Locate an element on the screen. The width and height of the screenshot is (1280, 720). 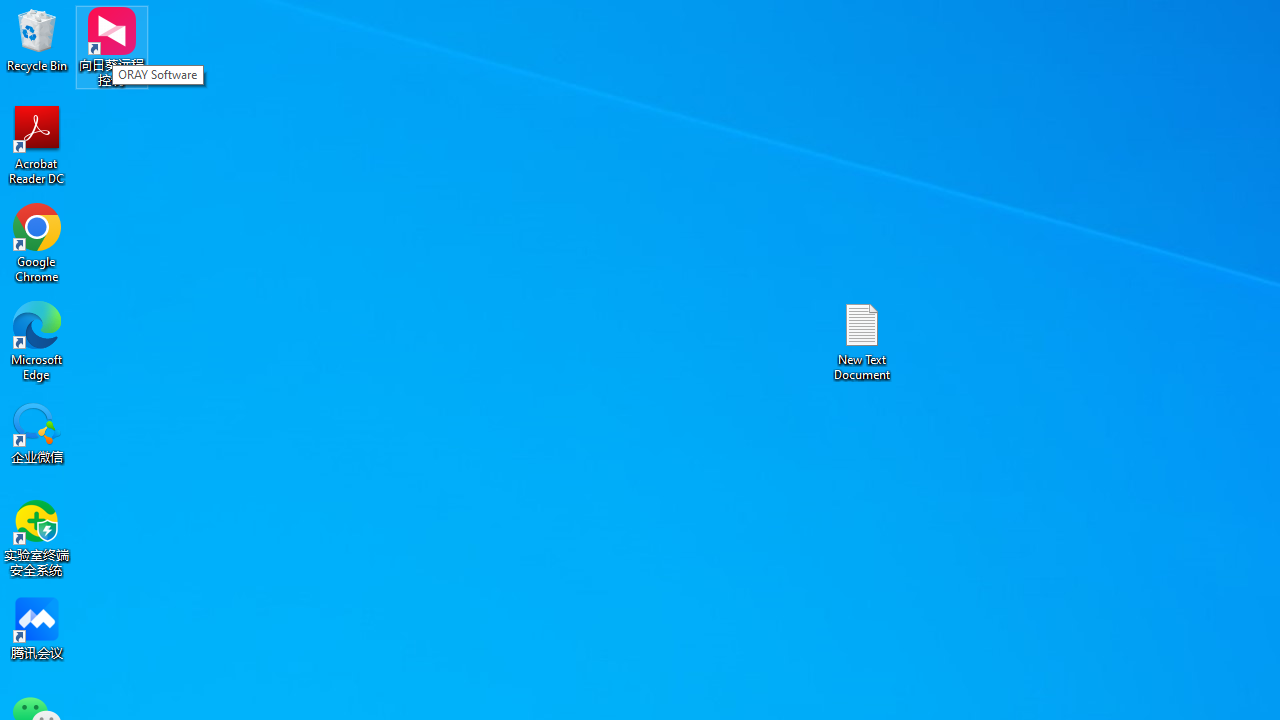
'Microsoft Edge' is located at coordinates (37, 340).